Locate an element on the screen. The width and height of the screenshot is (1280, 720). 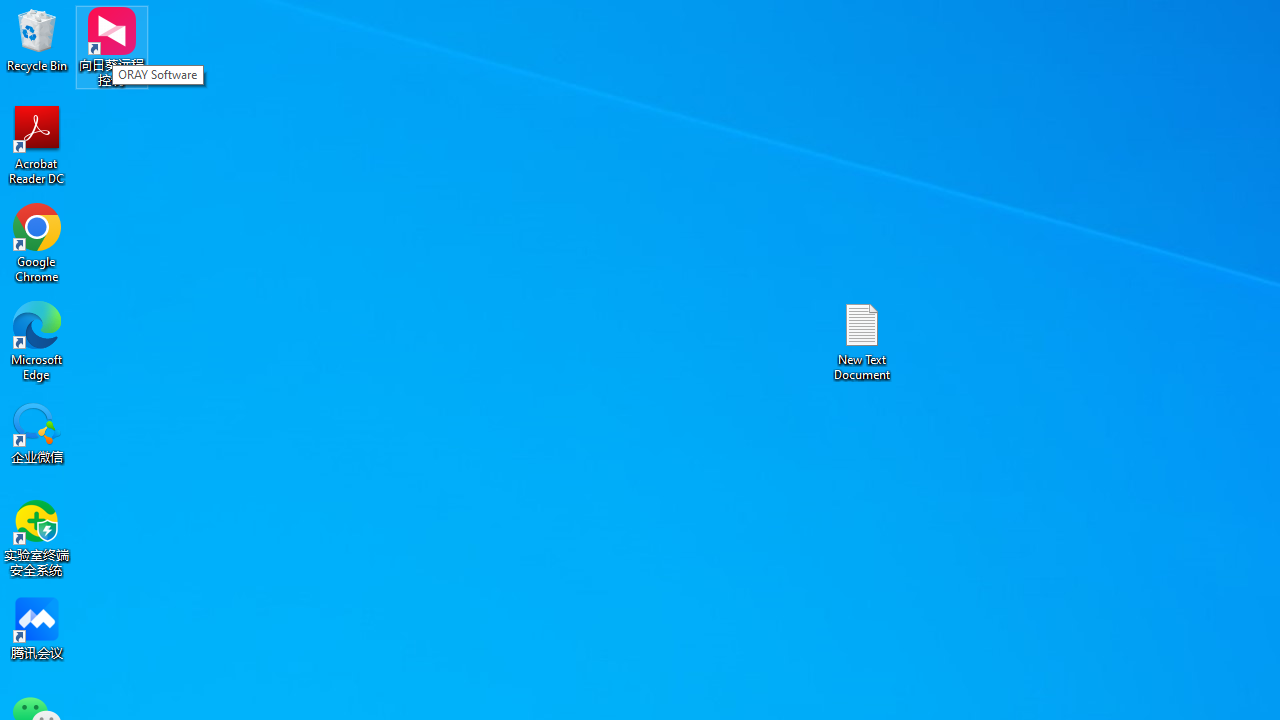
'Microsoft Edge' is located at coordinates (37, 340).